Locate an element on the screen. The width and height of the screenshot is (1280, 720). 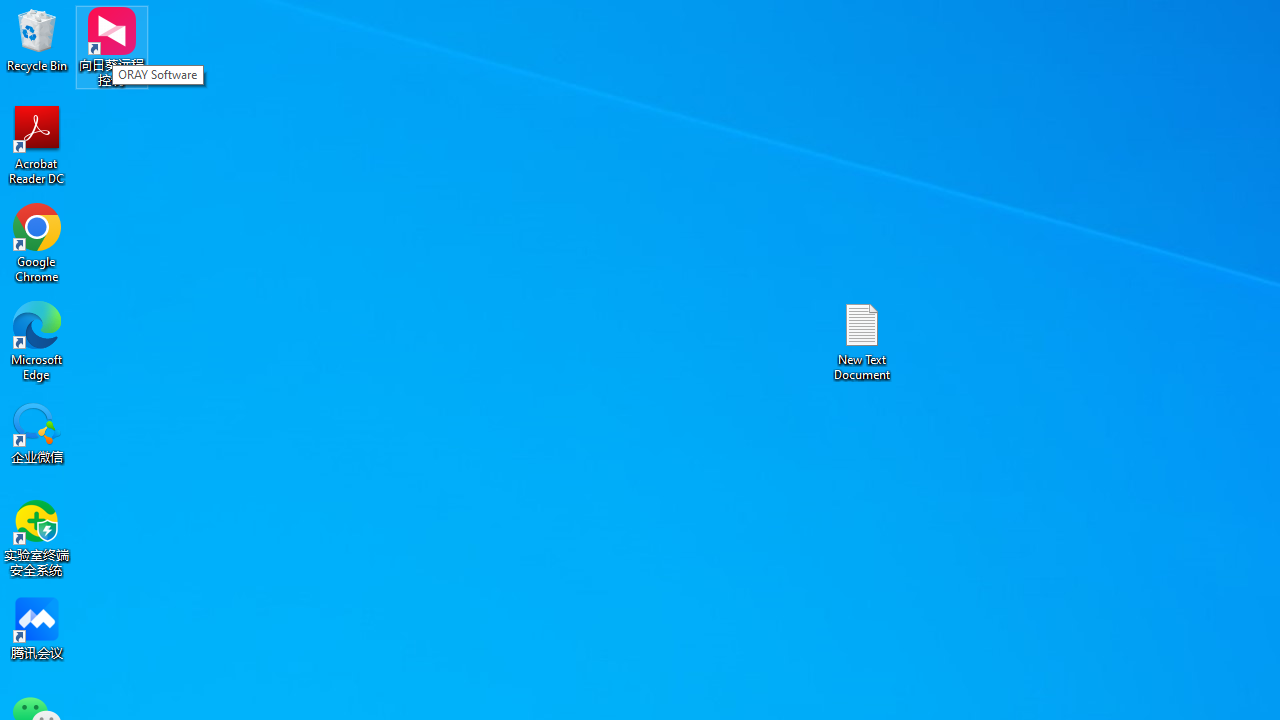
'Microsoft Edge' is located at coordinates (37, 340).